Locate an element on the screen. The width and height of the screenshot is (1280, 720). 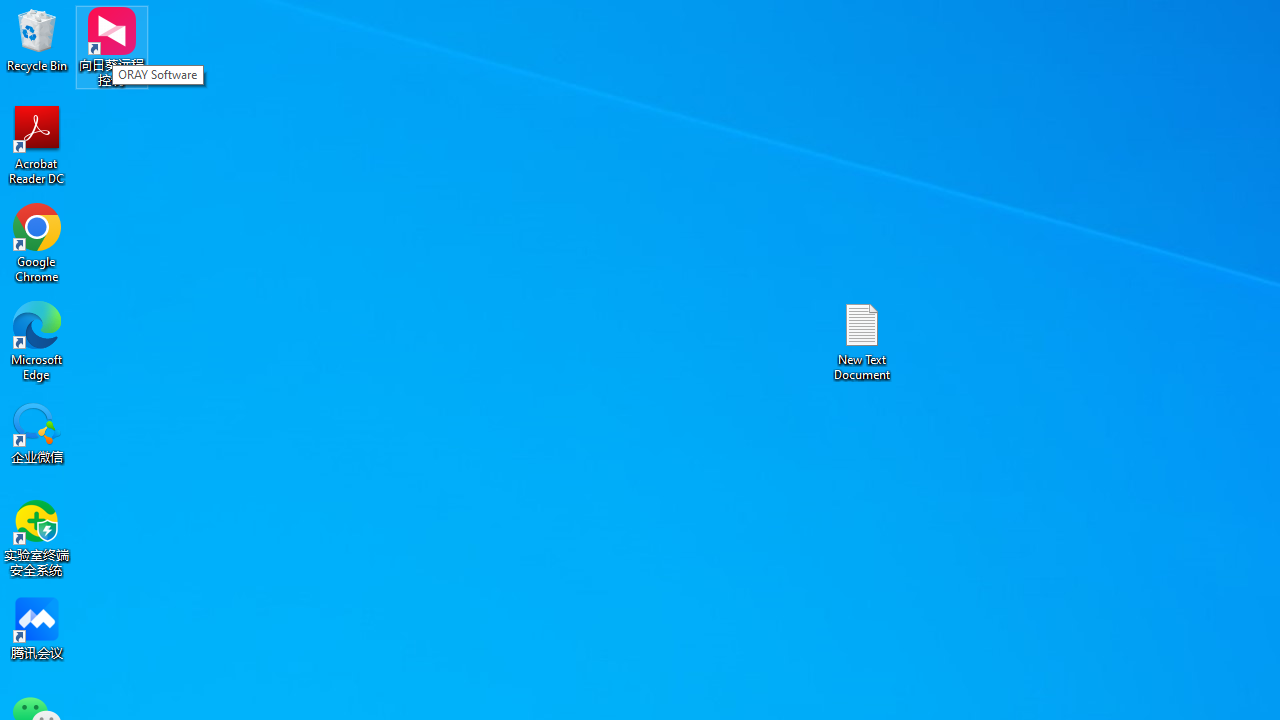
'Microsoft Edge' is located at coordinates (37, 340).